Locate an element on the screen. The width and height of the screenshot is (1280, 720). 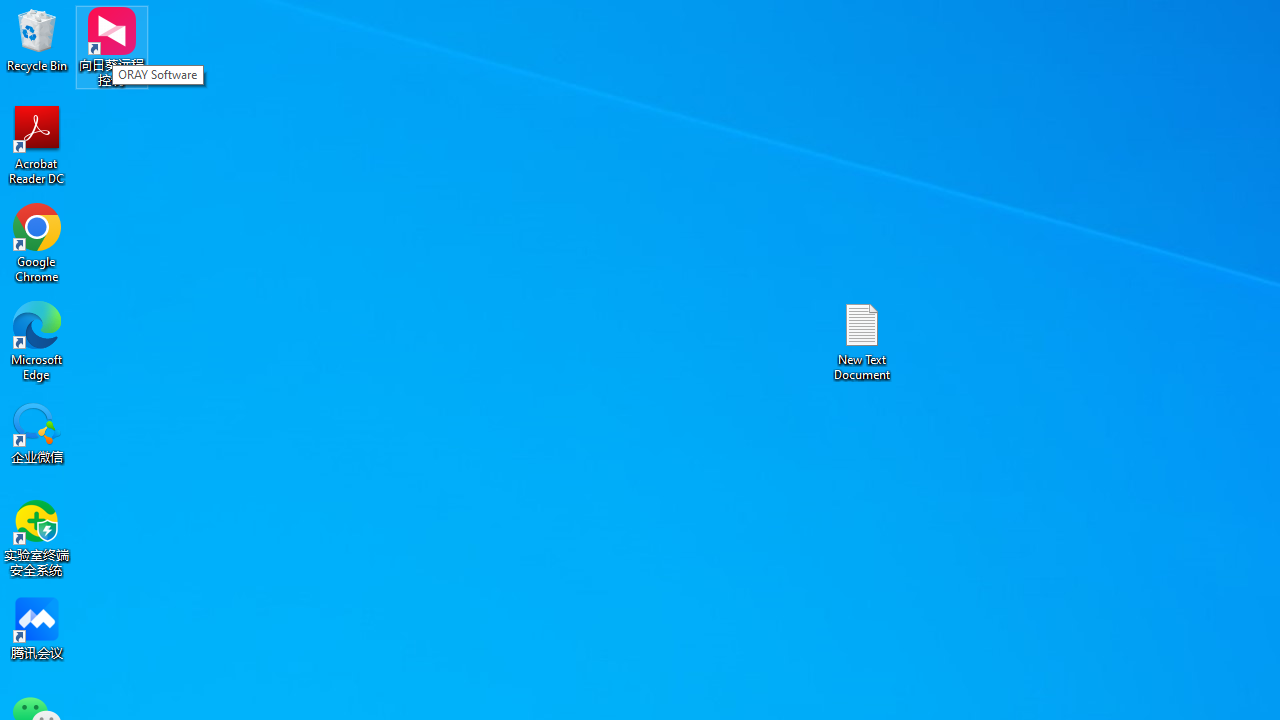
'Microsoft Edge' is located at coordinates (37, 340).